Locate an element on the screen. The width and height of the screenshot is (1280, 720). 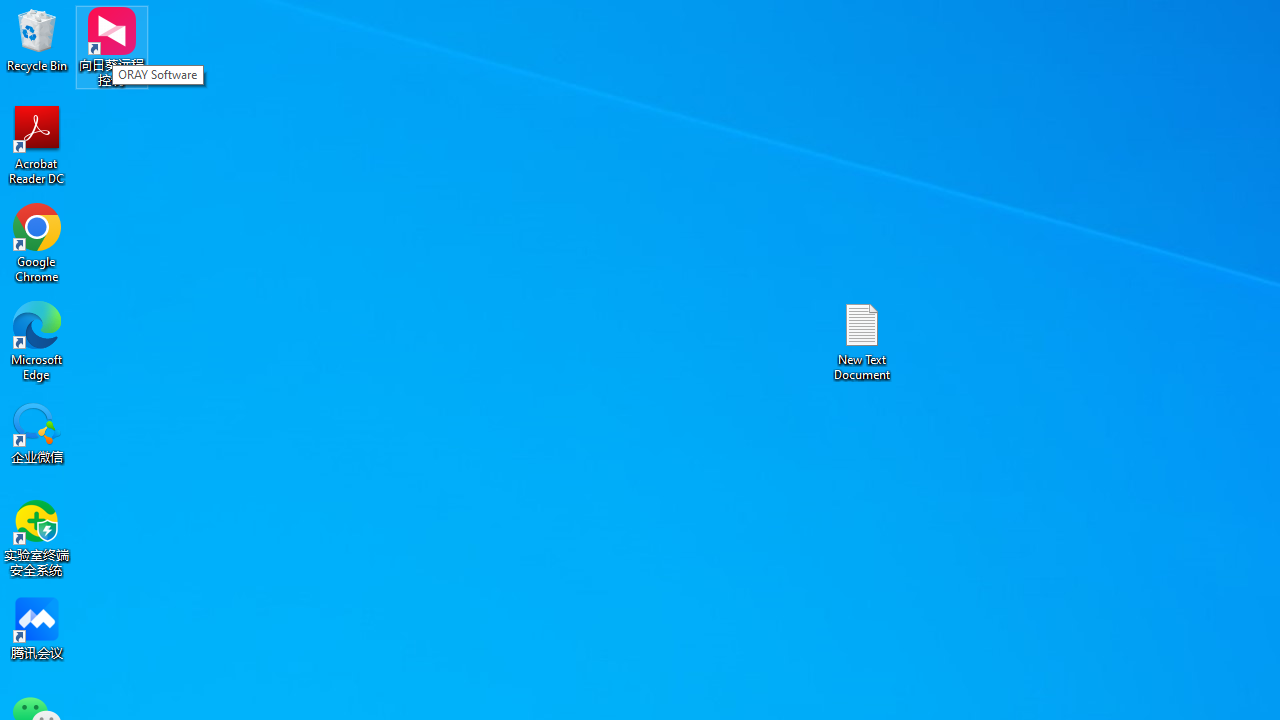
'Microsoft Edge' is located at coordinates (37, 340).